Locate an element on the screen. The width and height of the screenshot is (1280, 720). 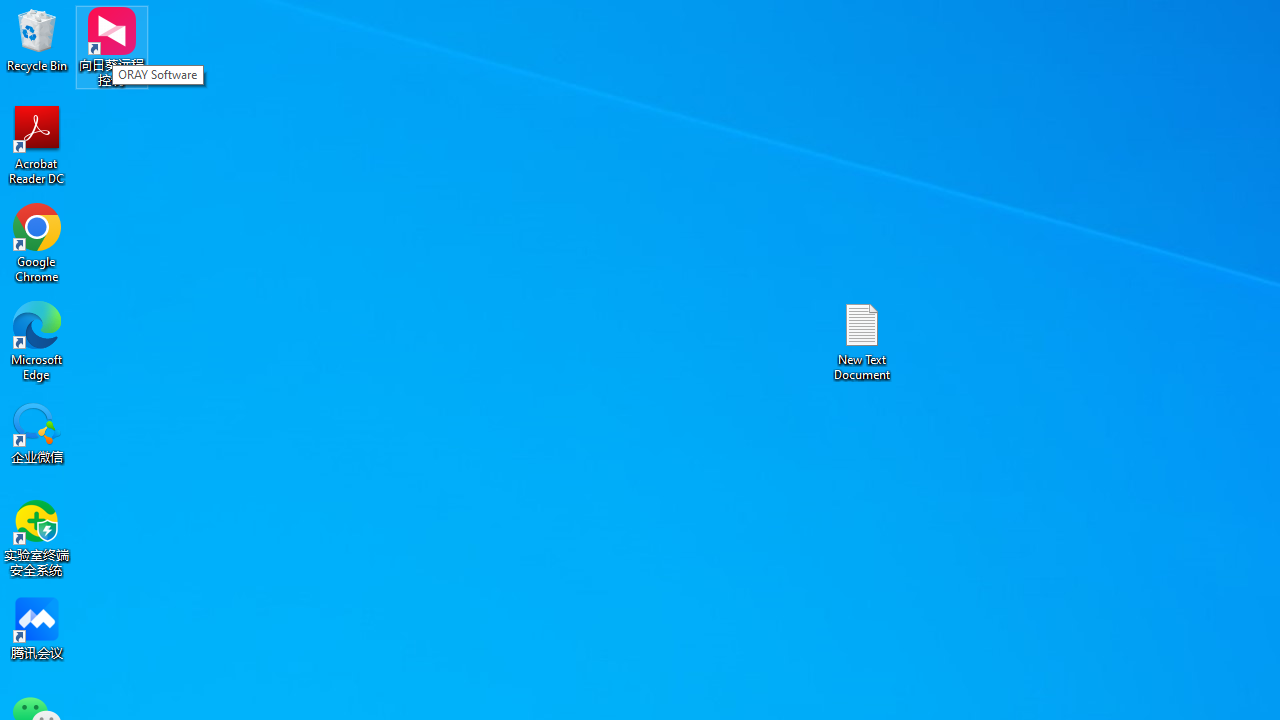
'Microsoft Edge' is located at coordinates (37, 340).